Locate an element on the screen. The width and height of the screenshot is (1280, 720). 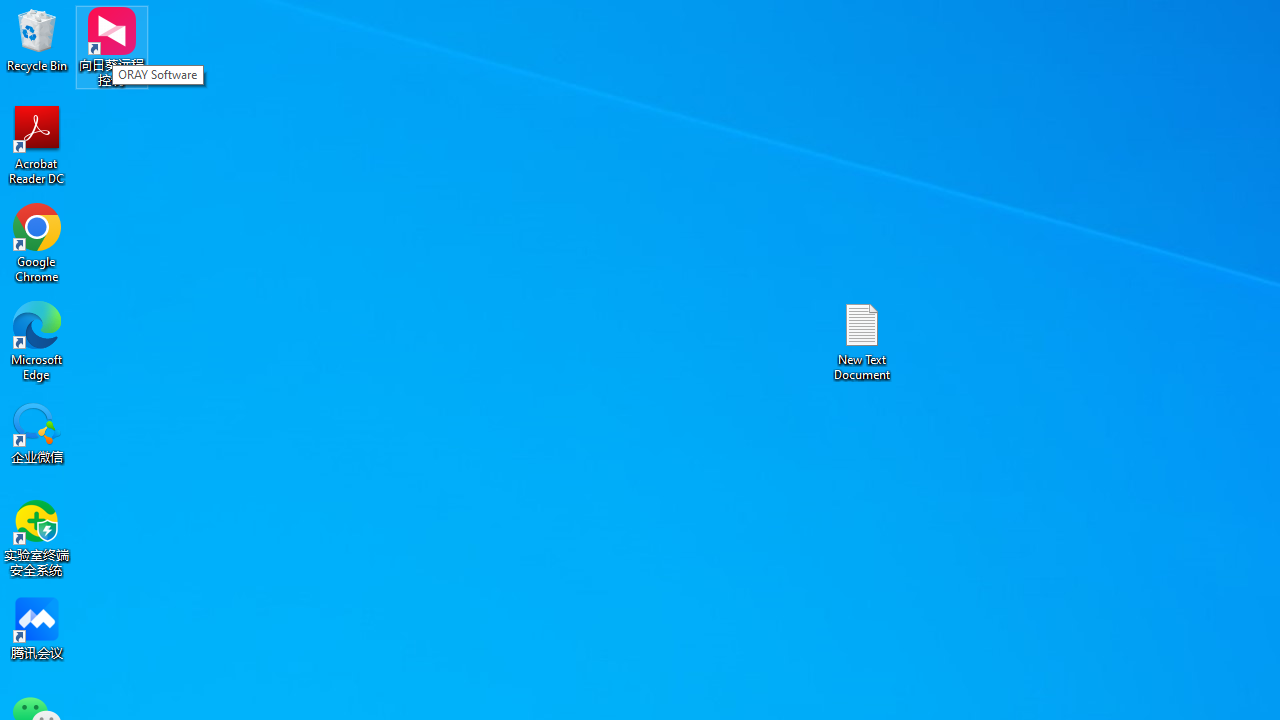
'Microsoft Edge' is located at coordinates (37, 340).